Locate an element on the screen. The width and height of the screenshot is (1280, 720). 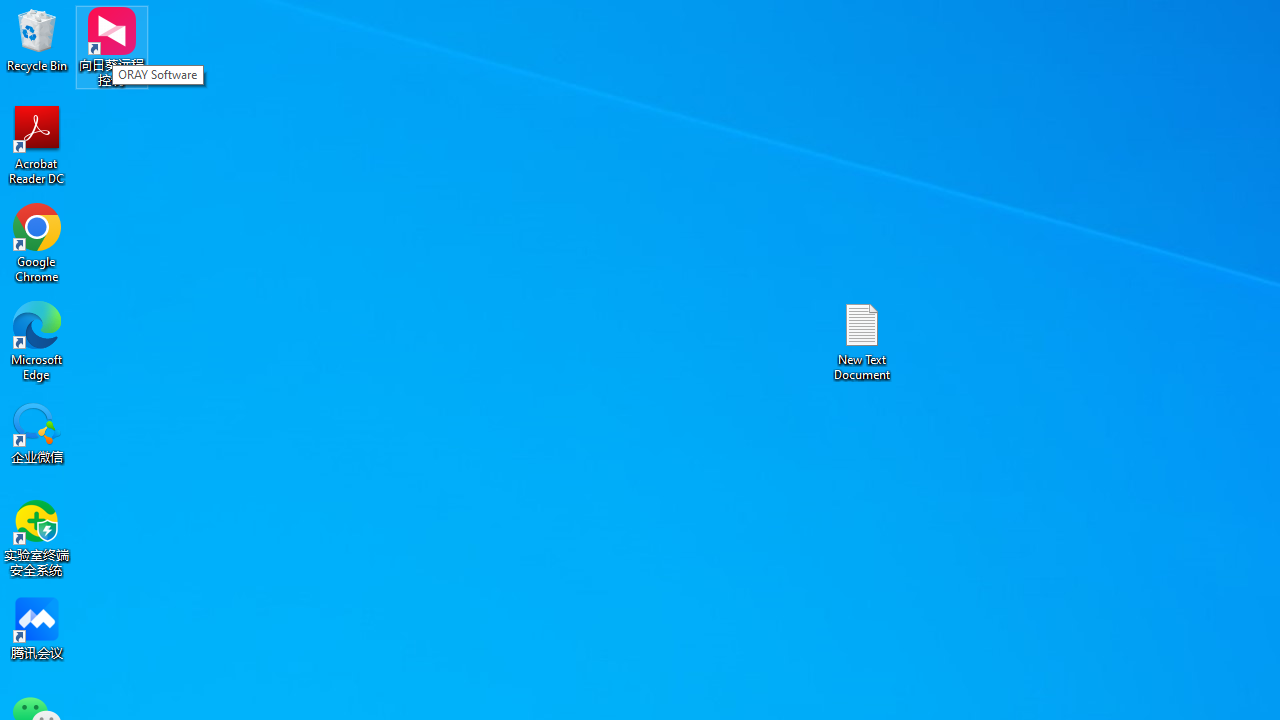
'Microsoft Edge' is located at coordinates (37, 340).